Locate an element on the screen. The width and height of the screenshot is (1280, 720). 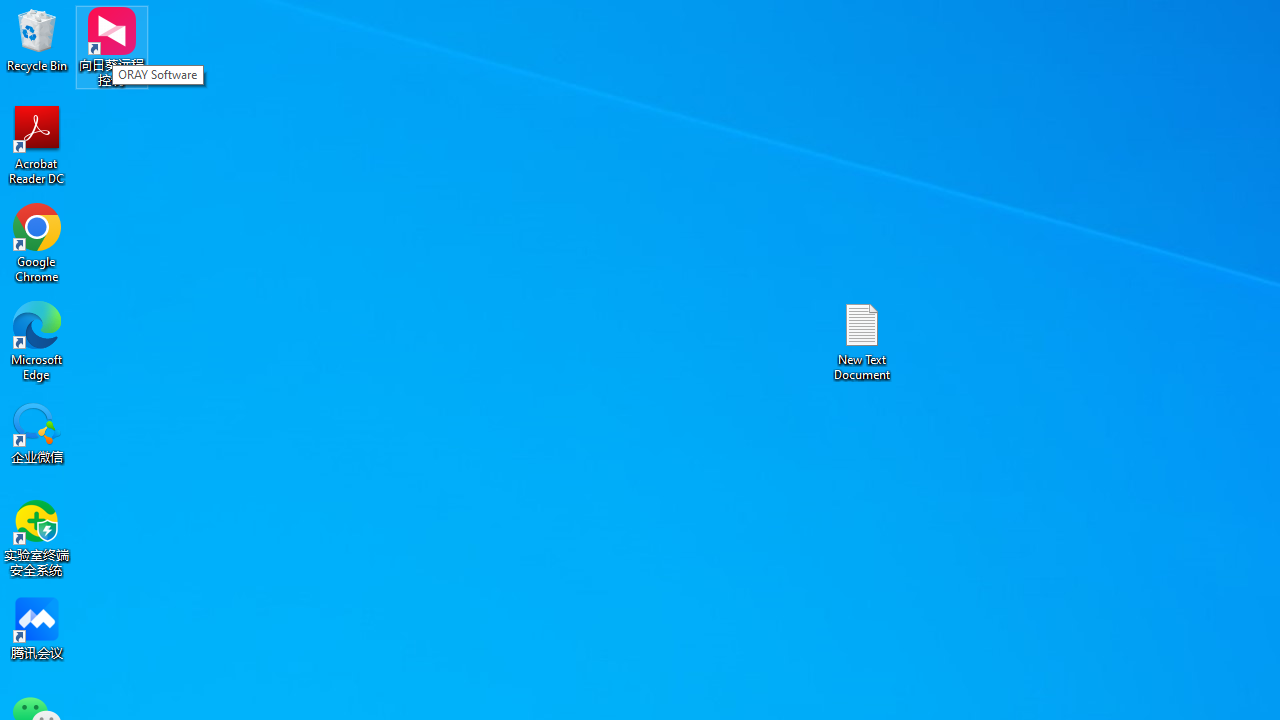
'Microsoft Edge' is located at coordinates (37, 340).